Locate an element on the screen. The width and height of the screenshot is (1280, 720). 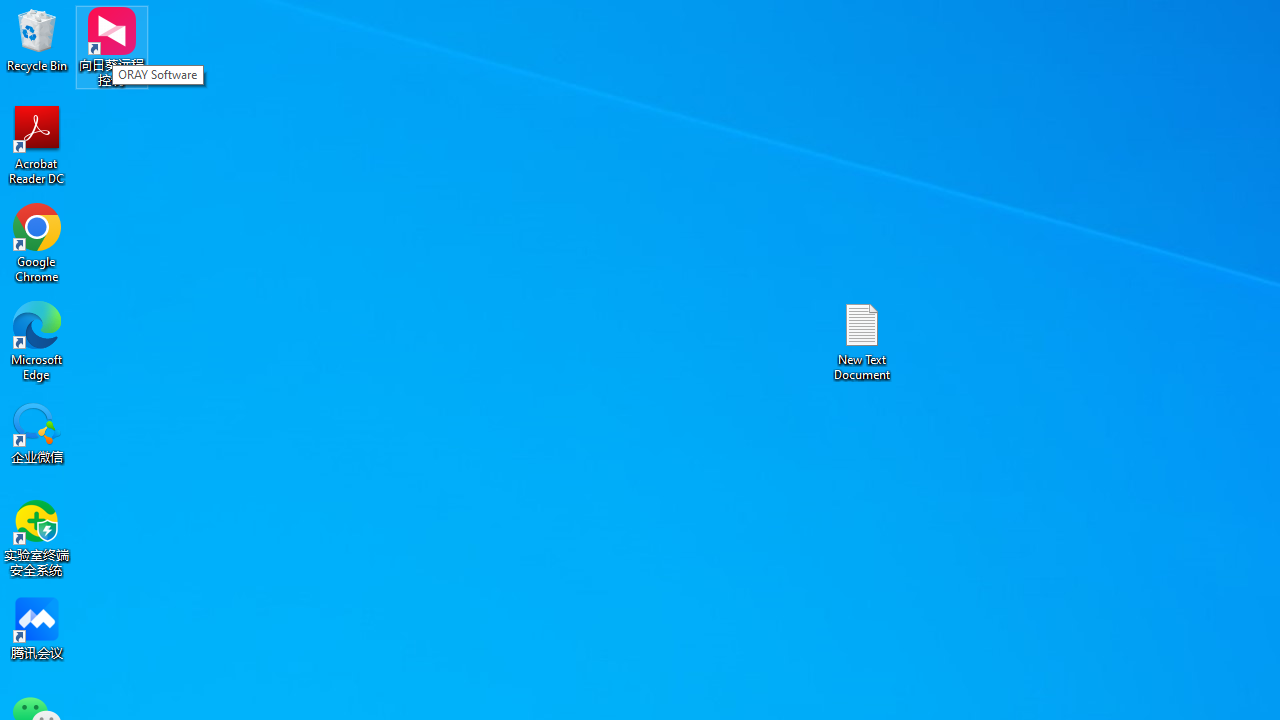
'Microsoft Edge' is located at coordinates (37, 340).